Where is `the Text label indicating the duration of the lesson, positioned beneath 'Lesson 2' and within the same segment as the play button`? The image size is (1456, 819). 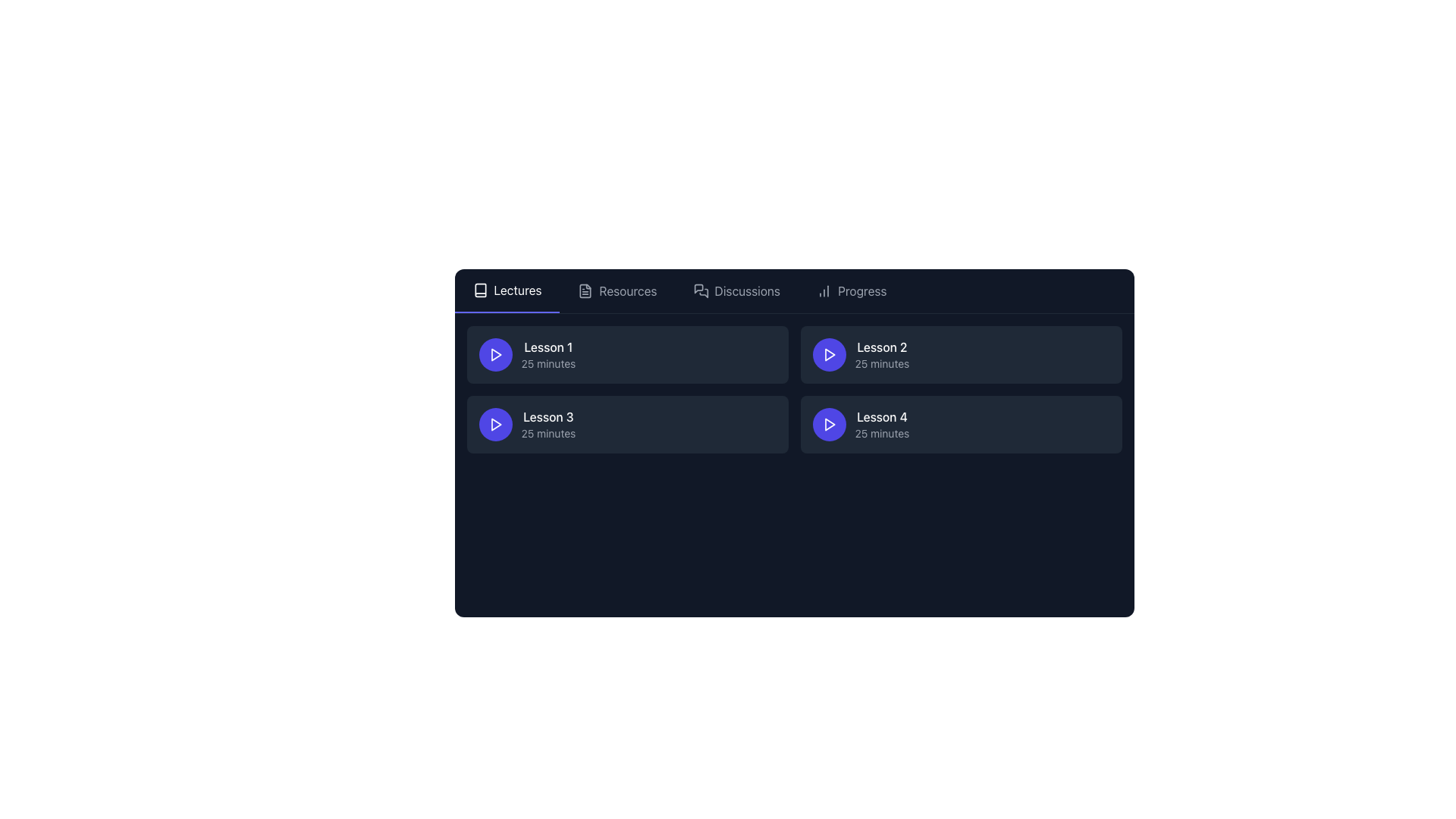
the Text label indicating the duration of the lesson, positioned beneath 'Lesson 2' and within the same segment as the play button is located at coordinates (882, 363).